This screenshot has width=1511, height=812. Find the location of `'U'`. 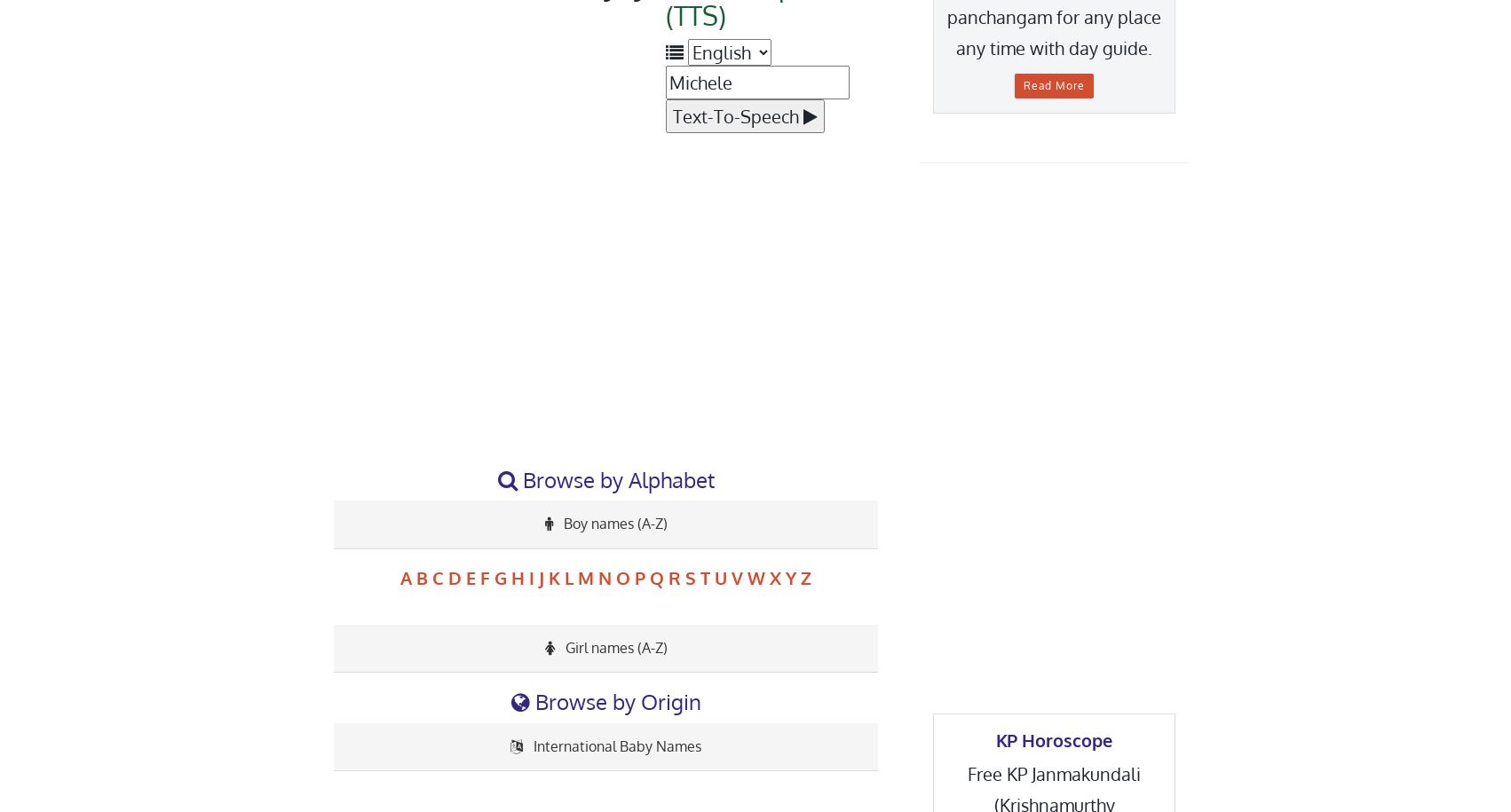

'U' is located at coordinates (720, 577).